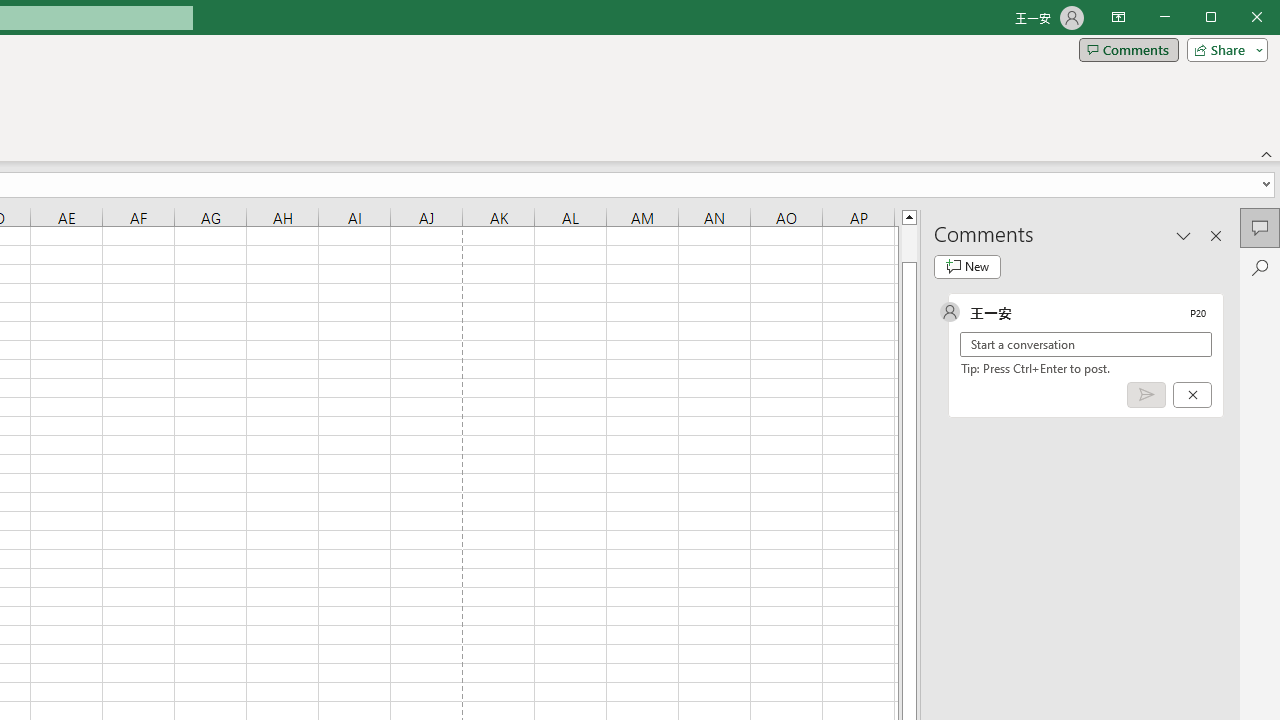 This screenshot has height=720, width=1280. Describe the element at coordinates (1085, 343) in the screenshot. I see `'Start a conversation'` at that location.